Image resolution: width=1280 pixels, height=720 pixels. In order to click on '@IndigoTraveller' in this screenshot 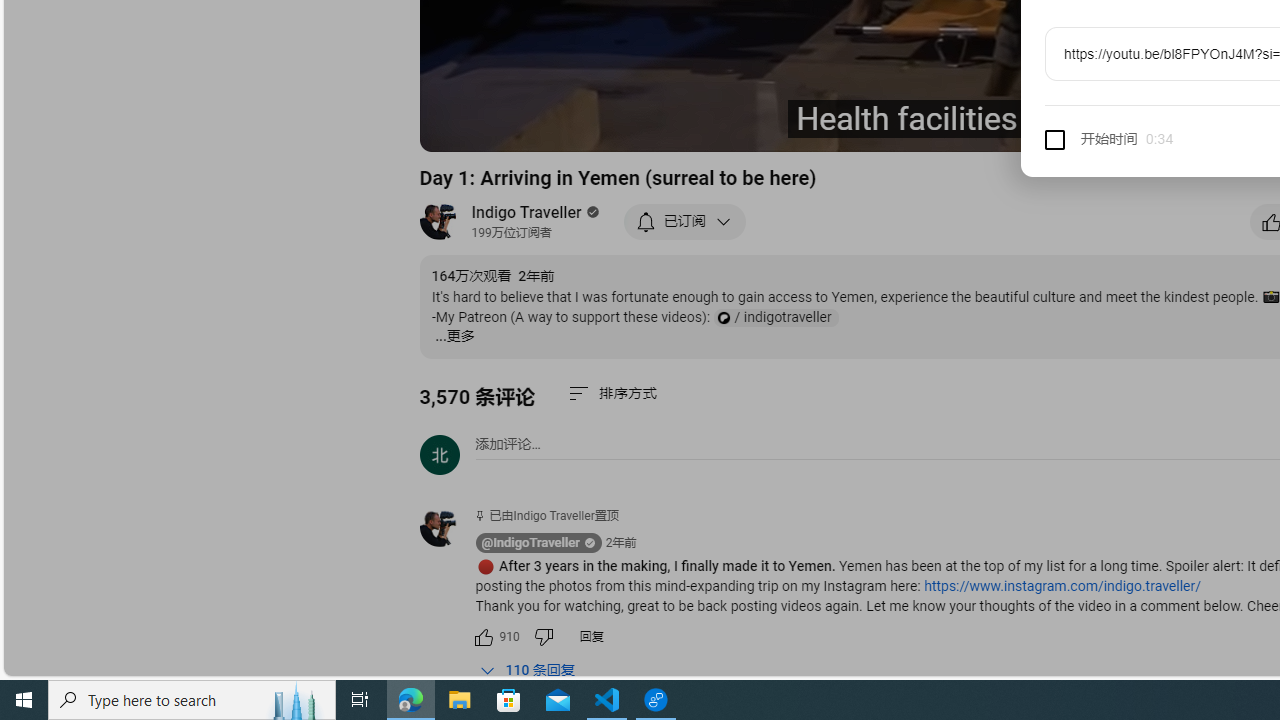, I will do `click(530, 543)`.